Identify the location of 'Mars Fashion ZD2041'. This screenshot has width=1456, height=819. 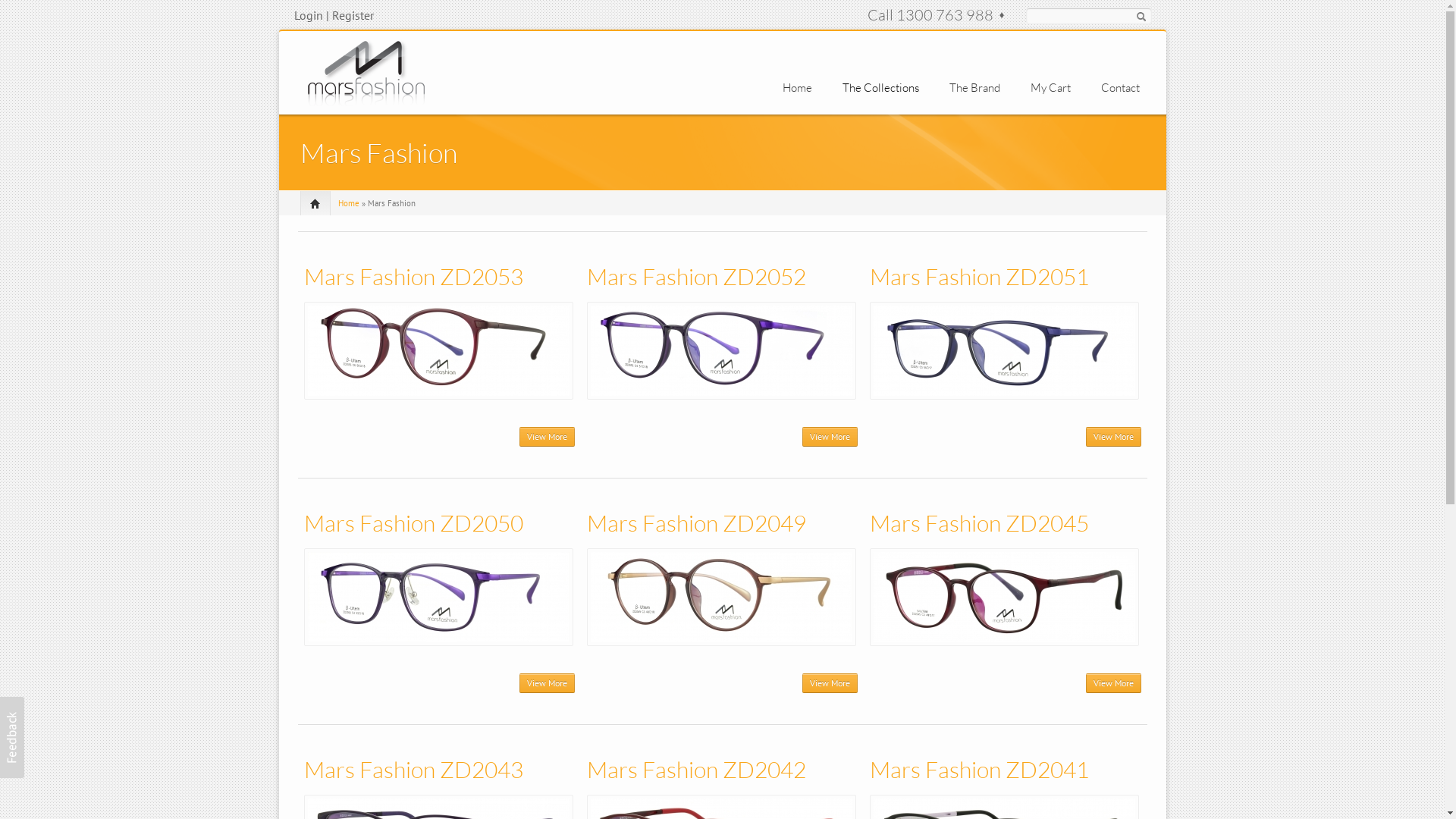
(979, 769).